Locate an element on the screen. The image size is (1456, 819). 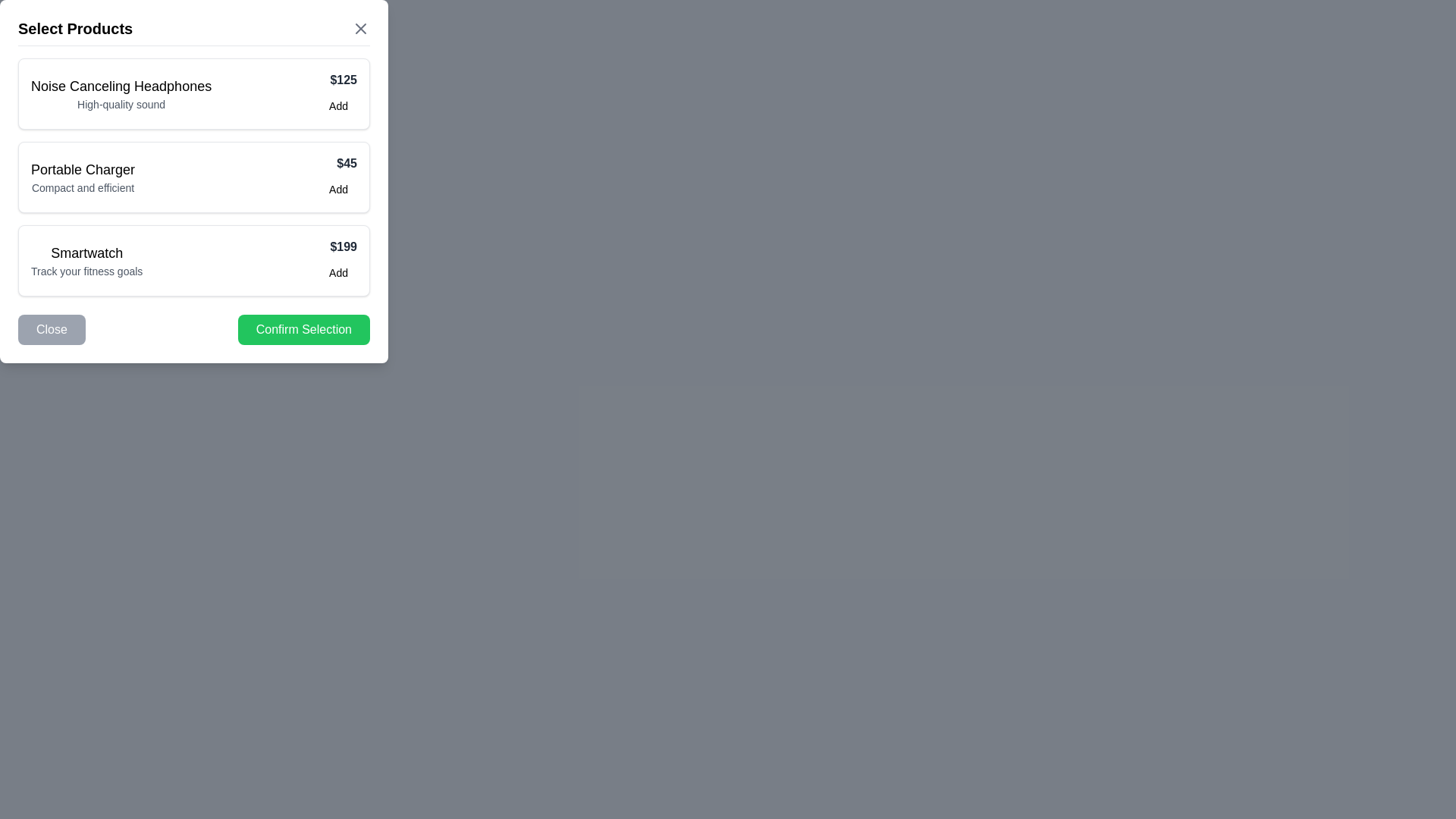
the close button icon located at the top-right corner of the 'Select Products' modal window is located at coordinates (359, 29).